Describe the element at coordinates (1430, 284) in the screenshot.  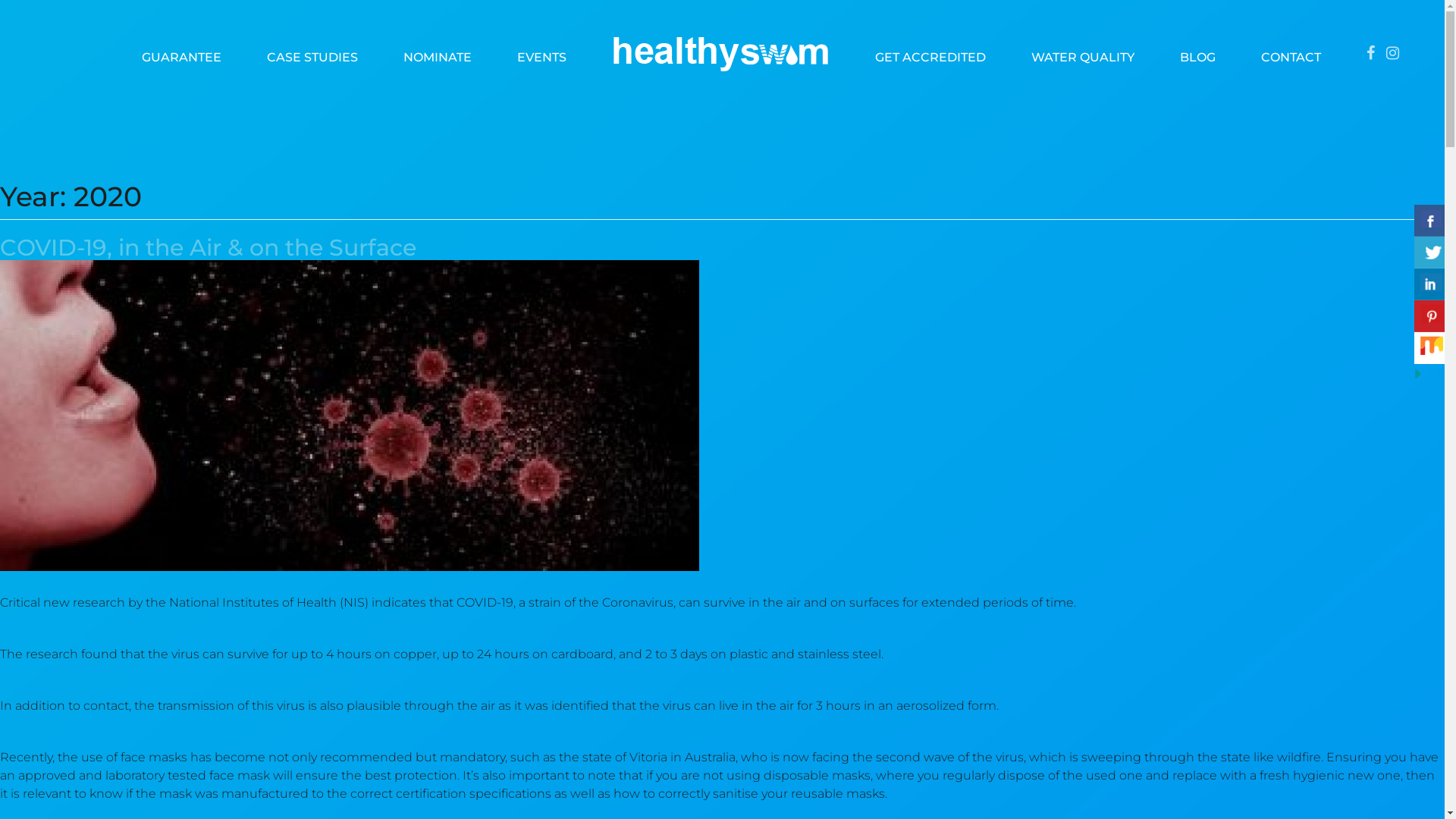
I see `'Share On Linkedin'` at that location.